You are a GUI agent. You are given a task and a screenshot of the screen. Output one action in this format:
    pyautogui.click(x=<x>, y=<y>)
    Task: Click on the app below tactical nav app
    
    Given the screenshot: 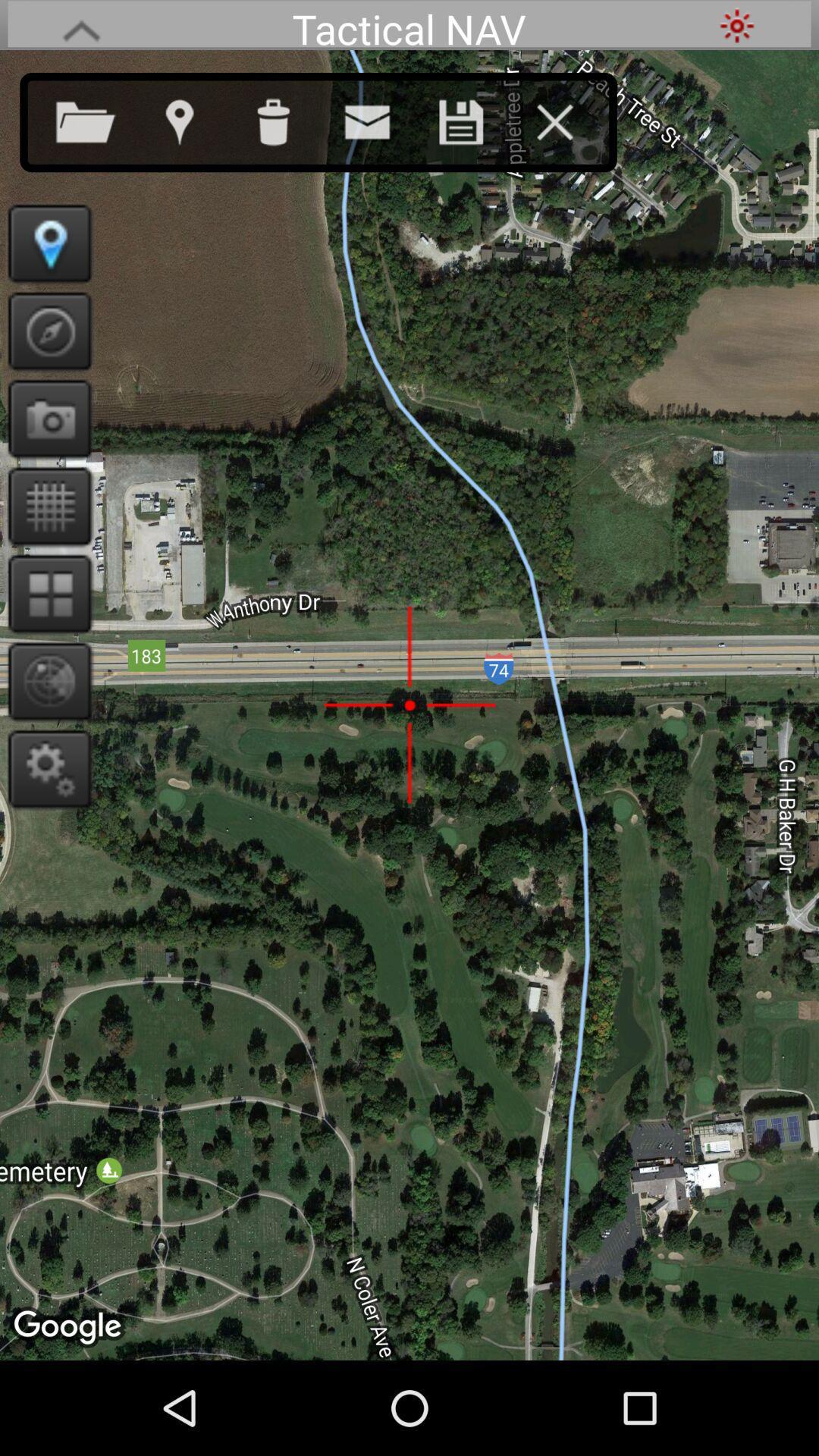 What is the action you would take?
    pyautogui.click(x=288, y=118)
    